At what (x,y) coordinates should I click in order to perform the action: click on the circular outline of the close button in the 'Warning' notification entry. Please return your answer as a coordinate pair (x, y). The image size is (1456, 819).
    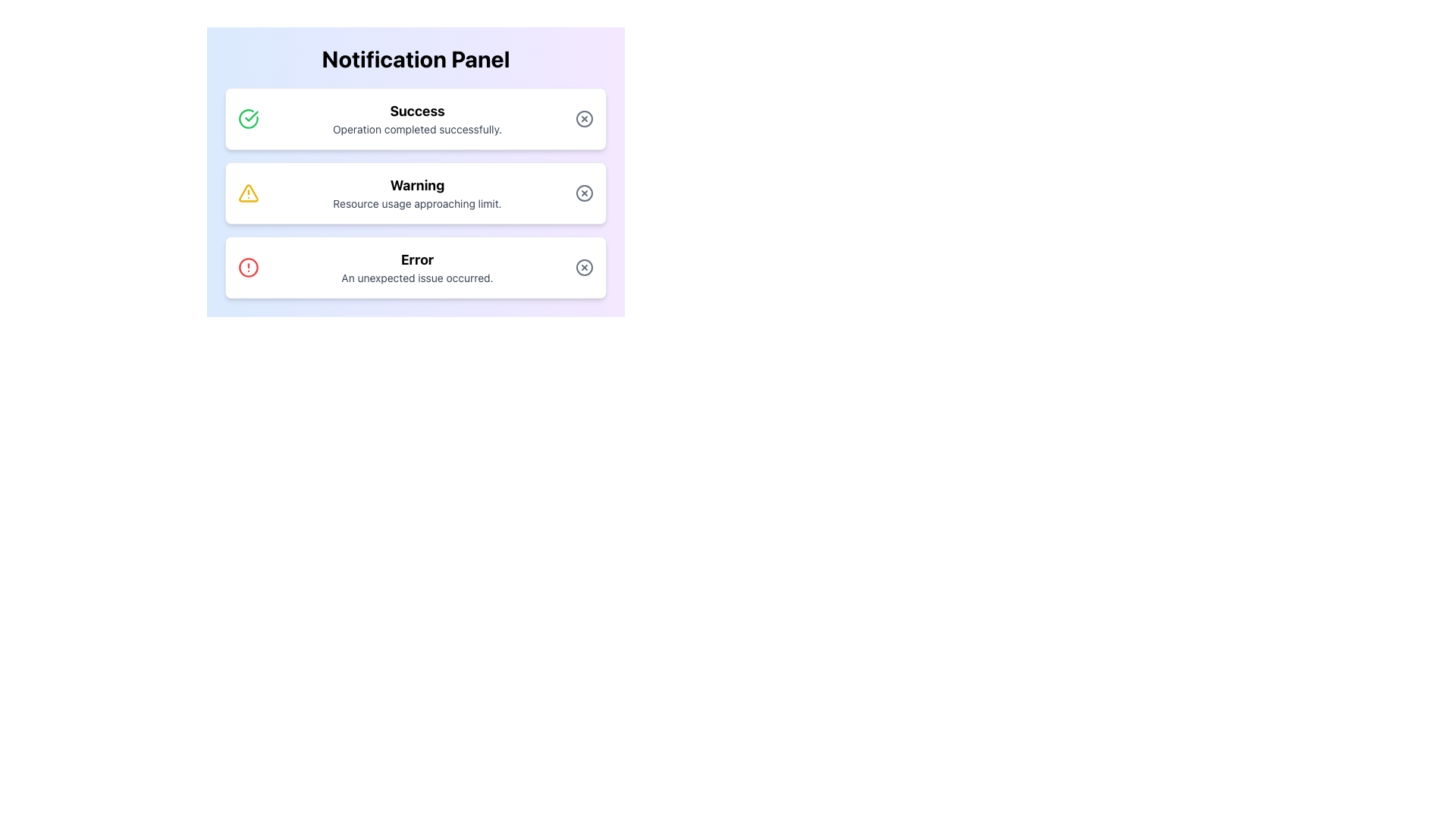
    Looking at the image, I should click on (584, 192).